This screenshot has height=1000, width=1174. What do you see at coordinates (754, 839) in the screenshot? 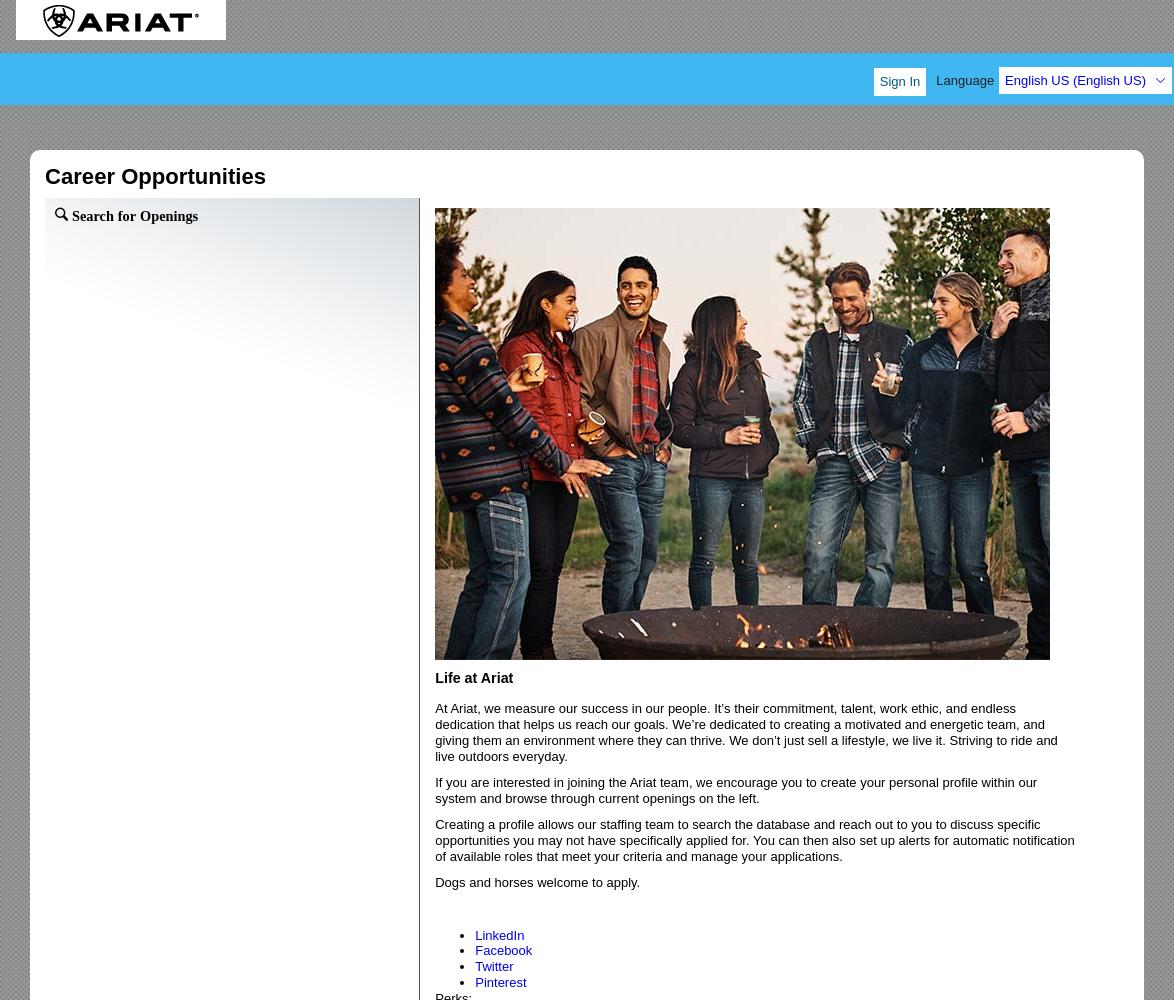
I see `'Creating a profile allows our staffing team to search the database and reach out to you to discuss specific opportunities you may not have specifically applied for. You can then also set up alerts for automatic notification of available roles that meet your criteria and manage your applications.'` at bounding box center [754, 839].